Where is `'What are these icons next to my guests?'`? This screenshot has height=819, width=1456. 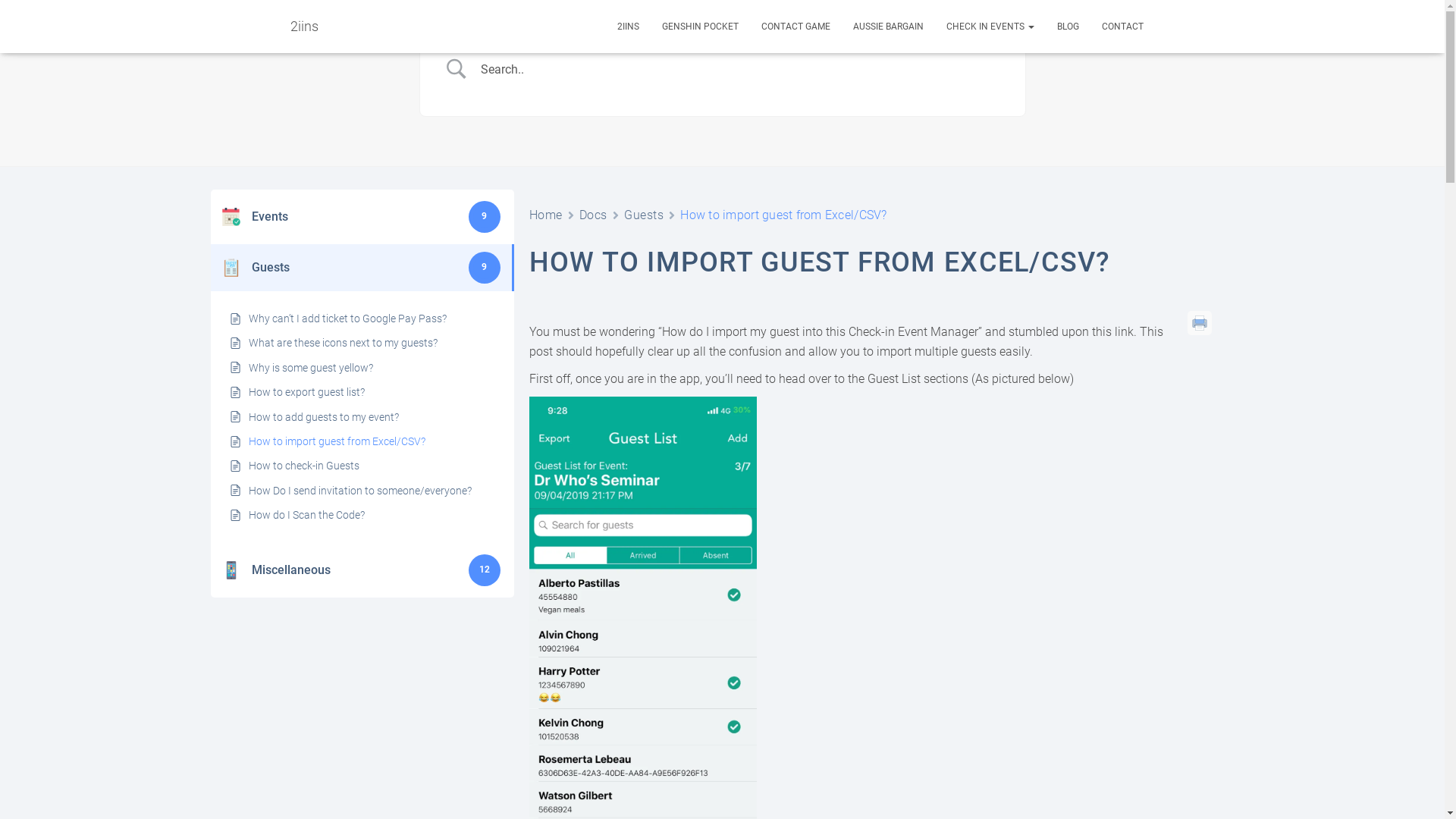
'What are these icons next to my guests?' is located at coordinates (342, 342).